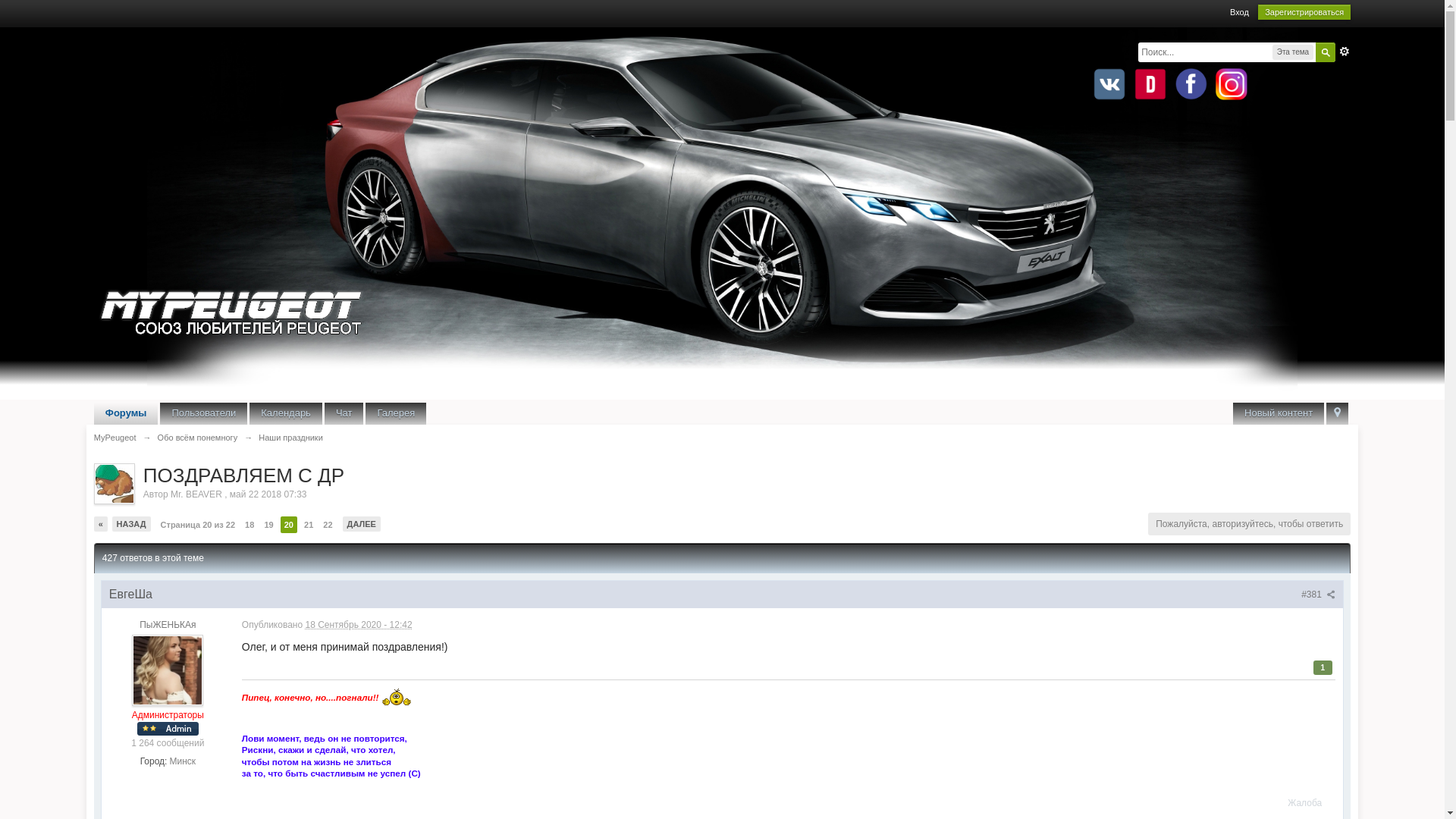 Image resolution: width=1456 pixels, height=819 pixels. What do you see at coordinates (1325, 413) in the screenshot?
I see `' '` at bounding box center [1325, 413].